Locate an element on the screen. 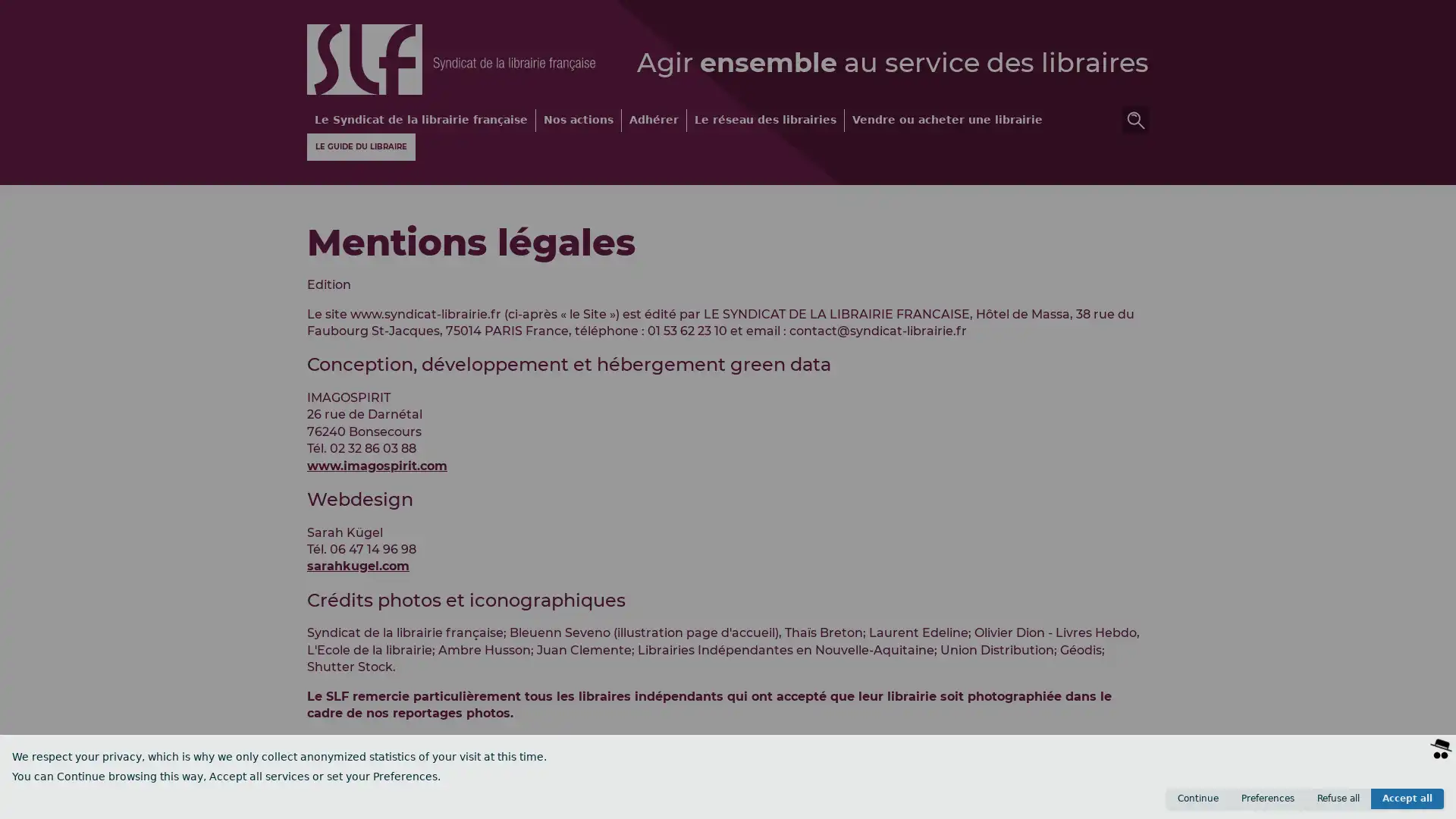 The width and height of the screenshot is (1456, 819). Accept all is located at coordinates (1407, 798).